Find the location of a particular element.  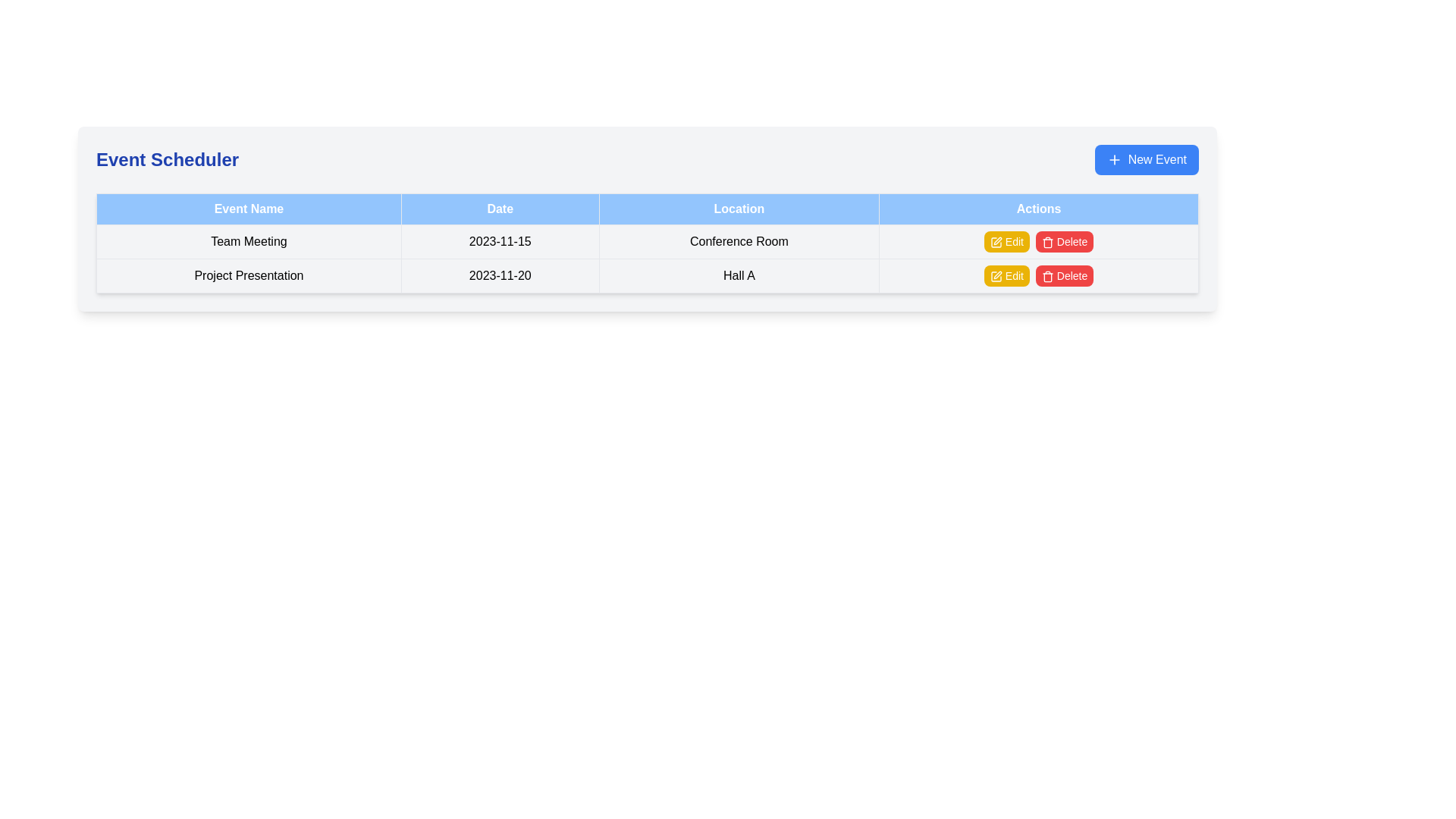

the central bin-body component of the trash bin icon located within the 'Delete' button in the 'Actions' column of the second table row for the event 'Project Presentation' is located at coordinates (1047, 278).